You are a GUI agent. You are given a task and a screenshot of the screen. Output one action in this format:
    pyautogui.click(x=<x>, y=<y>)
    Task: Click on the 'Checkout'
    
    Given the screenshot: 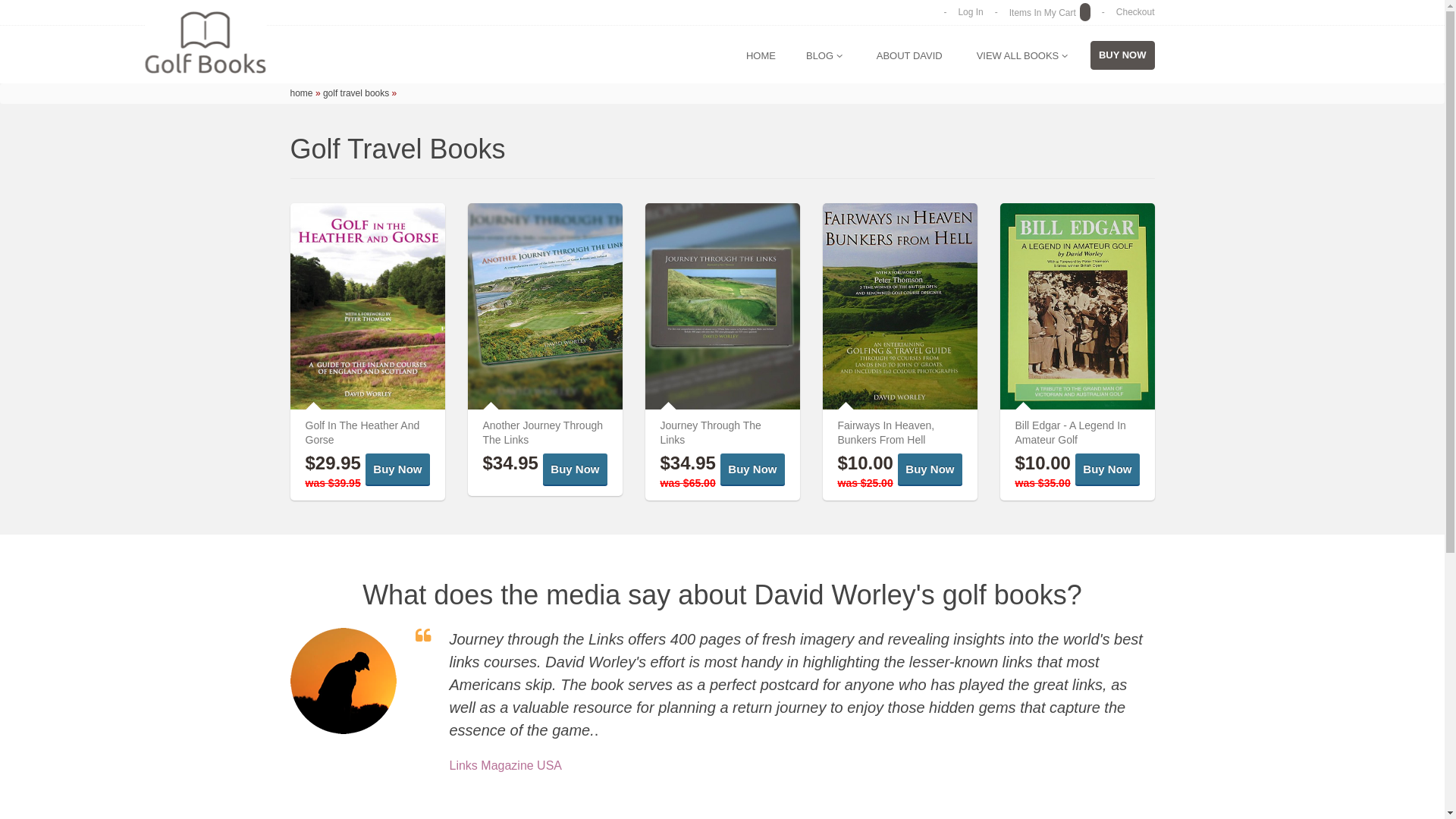 What is the action you would take?
    pyautogui.click(x=1116, y=11)
    